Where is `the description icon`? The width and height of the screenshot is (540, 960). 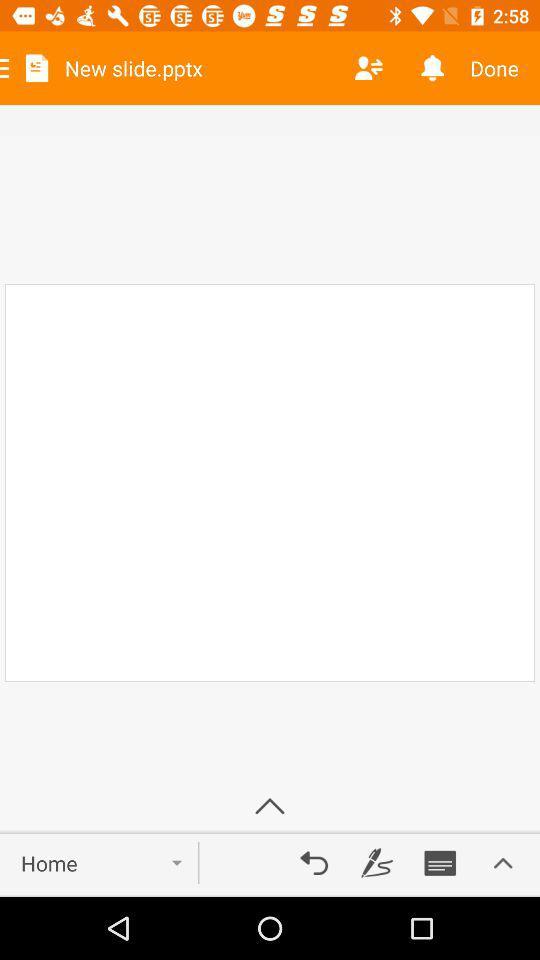
the description icon is located at coordinates (440, 862).